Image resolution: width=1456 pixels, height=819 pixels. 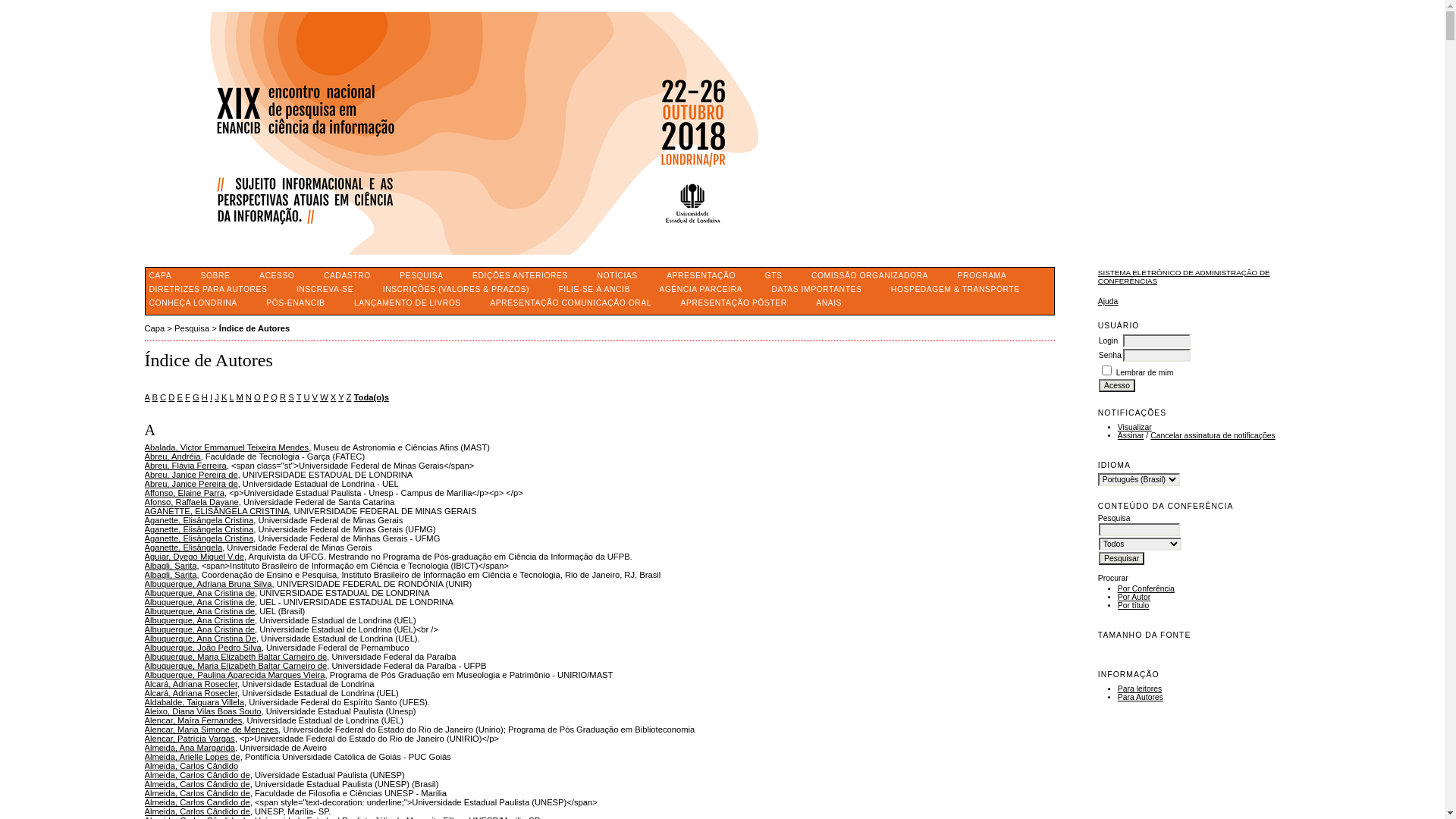 What do you see at coordinates (1122, 558) in the screenshot?
I see `'Pesquisar'` at bounding box center [1122, 558].